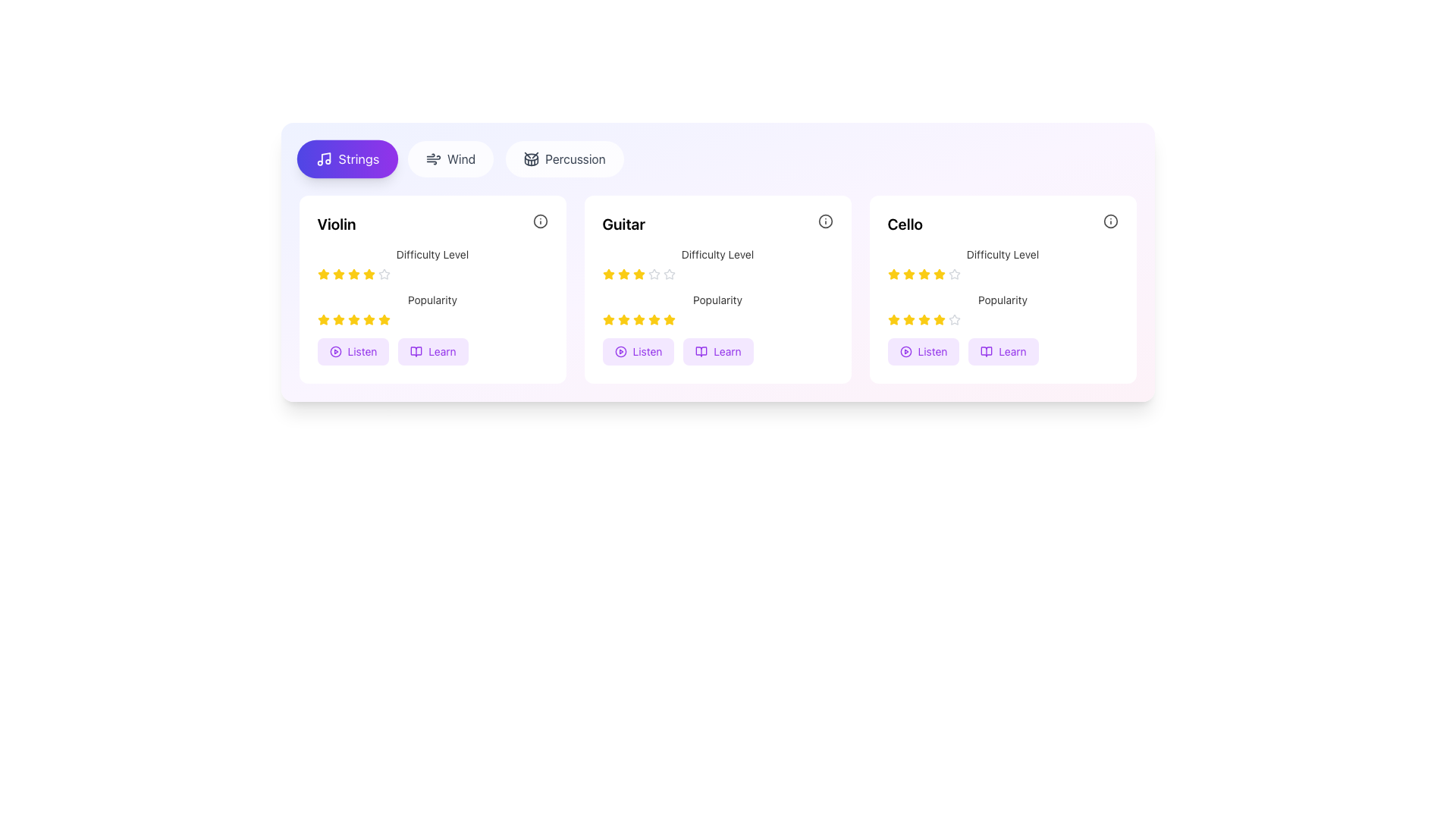 The image size is (1456, 819). What do you see at coordinates (563, 158) in the screenshot?
I see `the 'Percussion' button, which is a rounded rectangle button with a white background and a drum icon` at bounding box center [563, 158].